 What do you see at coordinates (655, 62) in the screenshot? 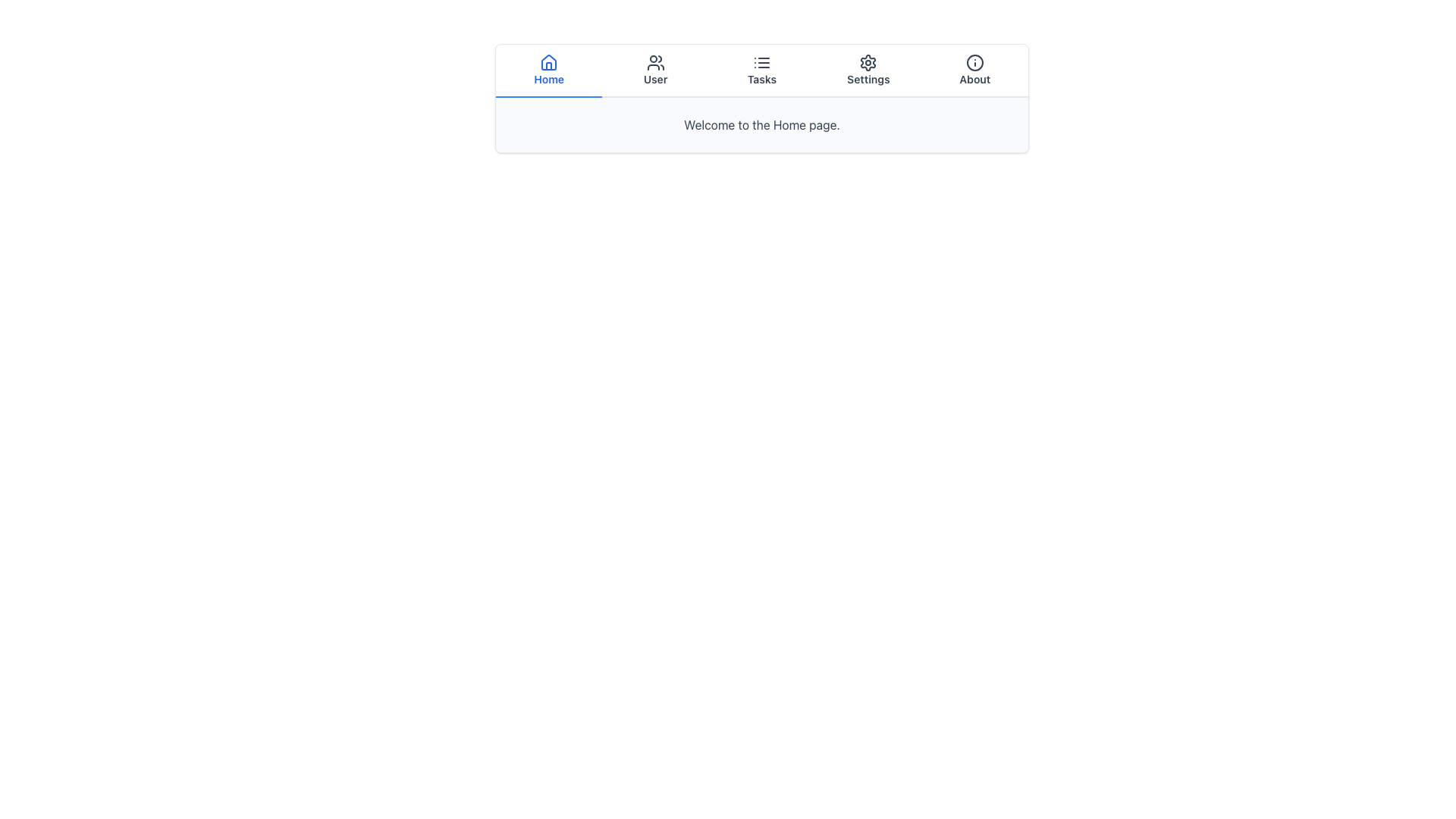
I see `the User icon in the horizontal navigation bar` at bounding box center [655, 62].